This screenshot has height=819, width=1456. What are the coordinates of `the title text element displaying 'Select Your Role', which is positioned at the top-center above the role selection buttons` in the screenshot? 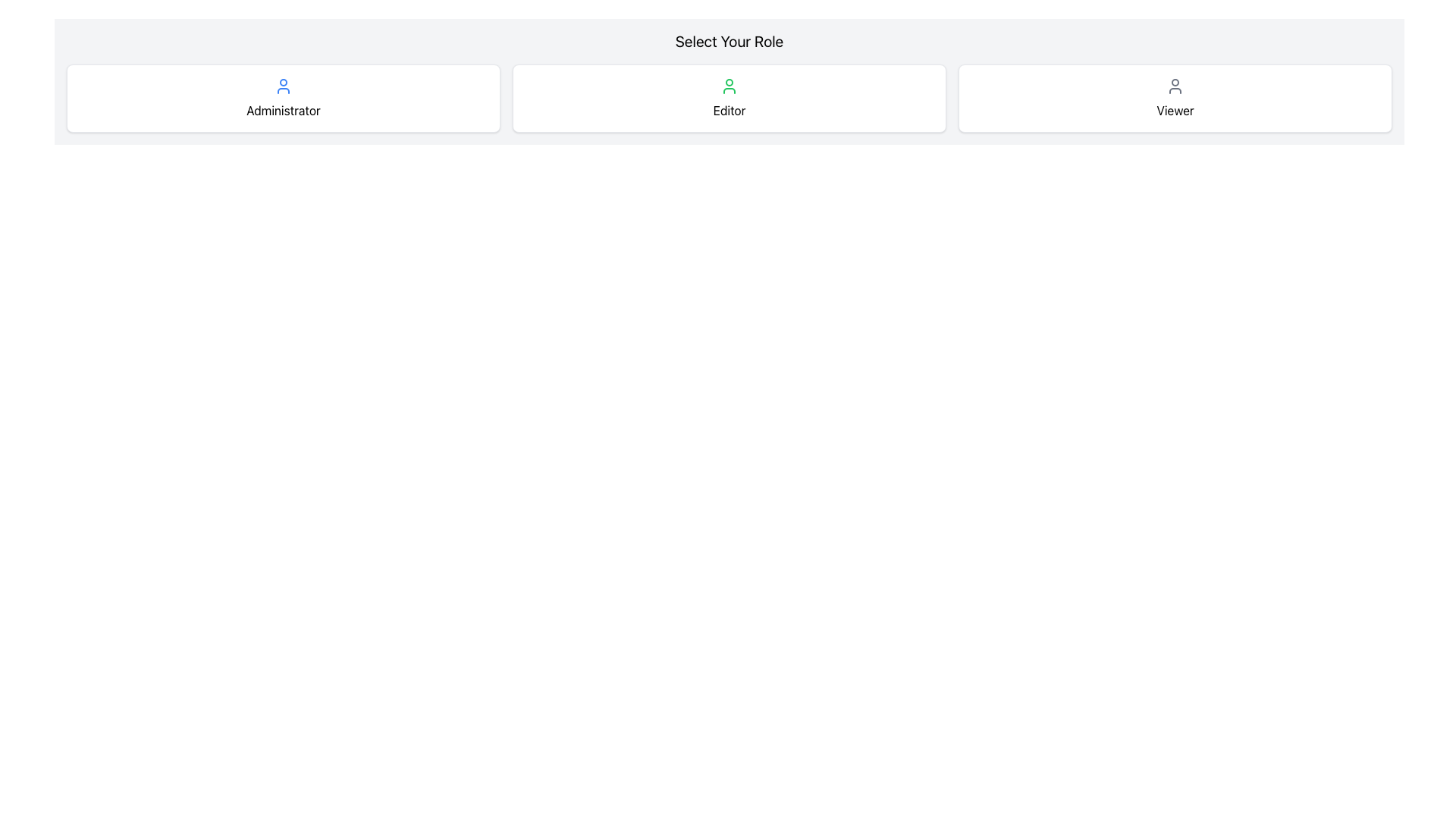 It's located at (729, 40).